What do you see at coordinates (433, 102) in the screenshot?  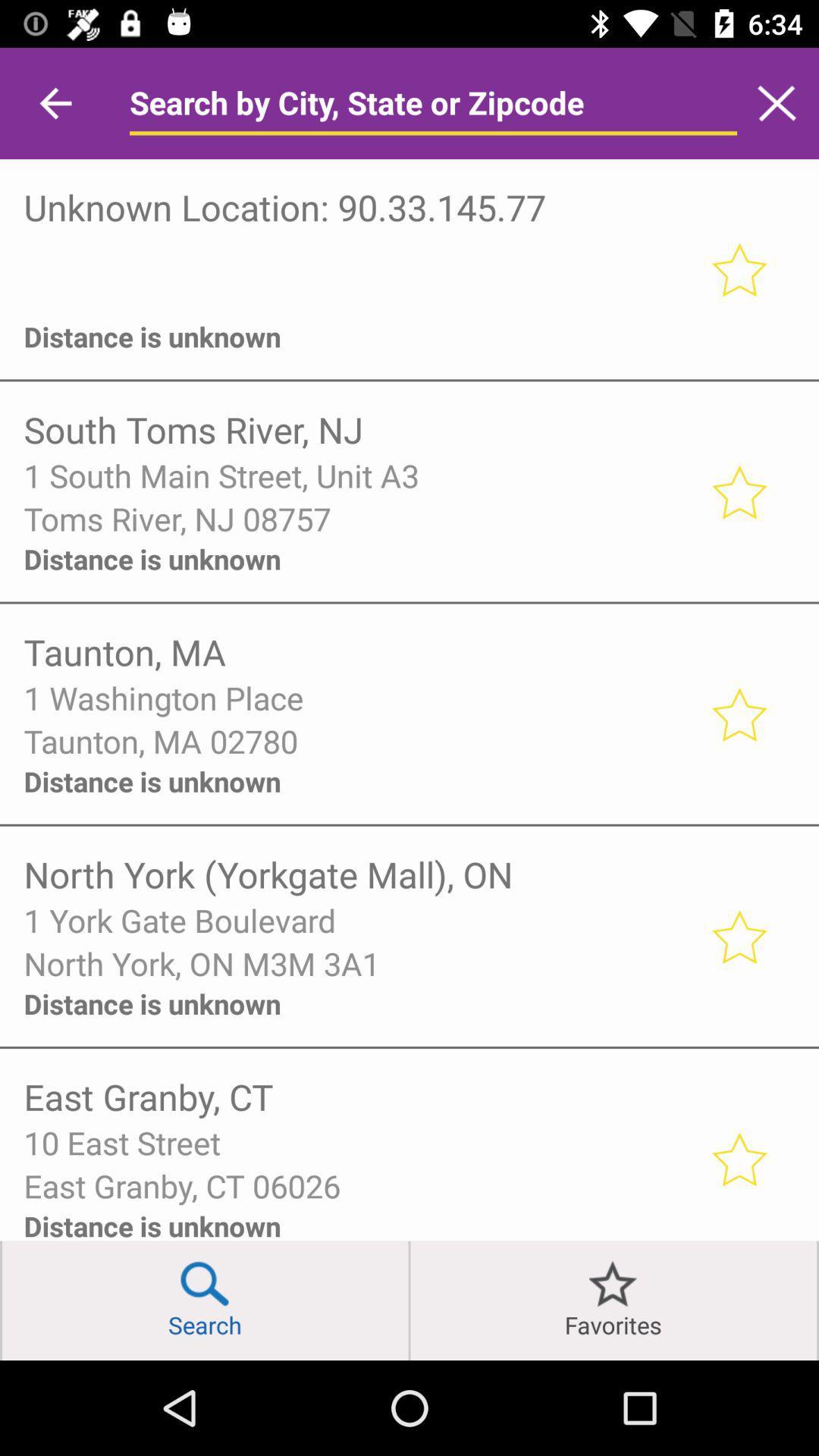 I see `search location` at bounding box center [433, 102].